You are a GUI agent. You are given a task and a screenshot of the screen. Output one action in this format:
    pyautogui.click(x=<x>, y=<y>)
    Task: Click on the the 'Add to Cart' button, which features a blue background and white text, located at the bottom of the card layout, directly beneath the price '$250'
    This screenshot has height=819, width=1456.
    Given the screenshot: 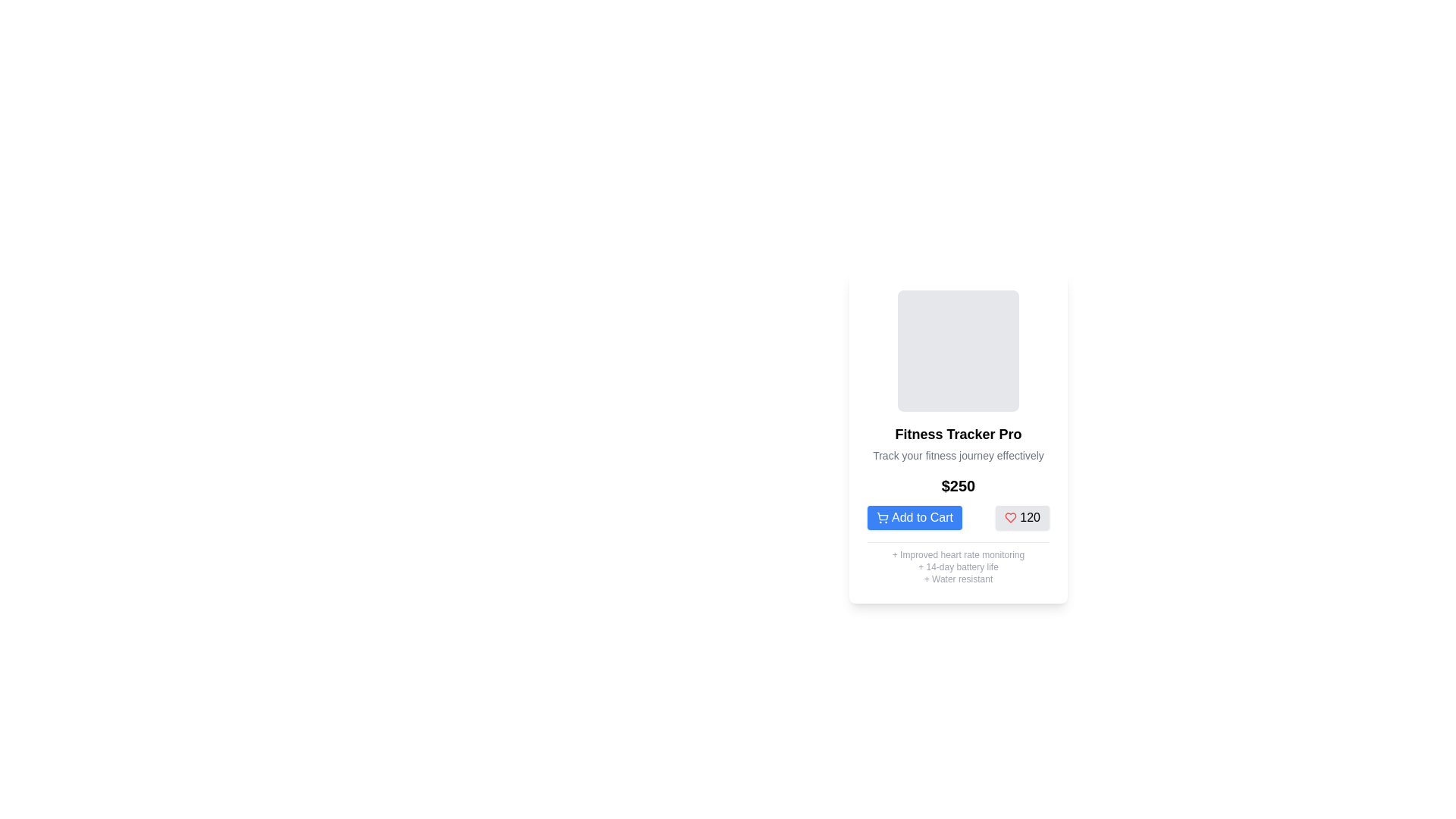 What is the action you would take?
    pyautogui.click(x=957, y=516)
    